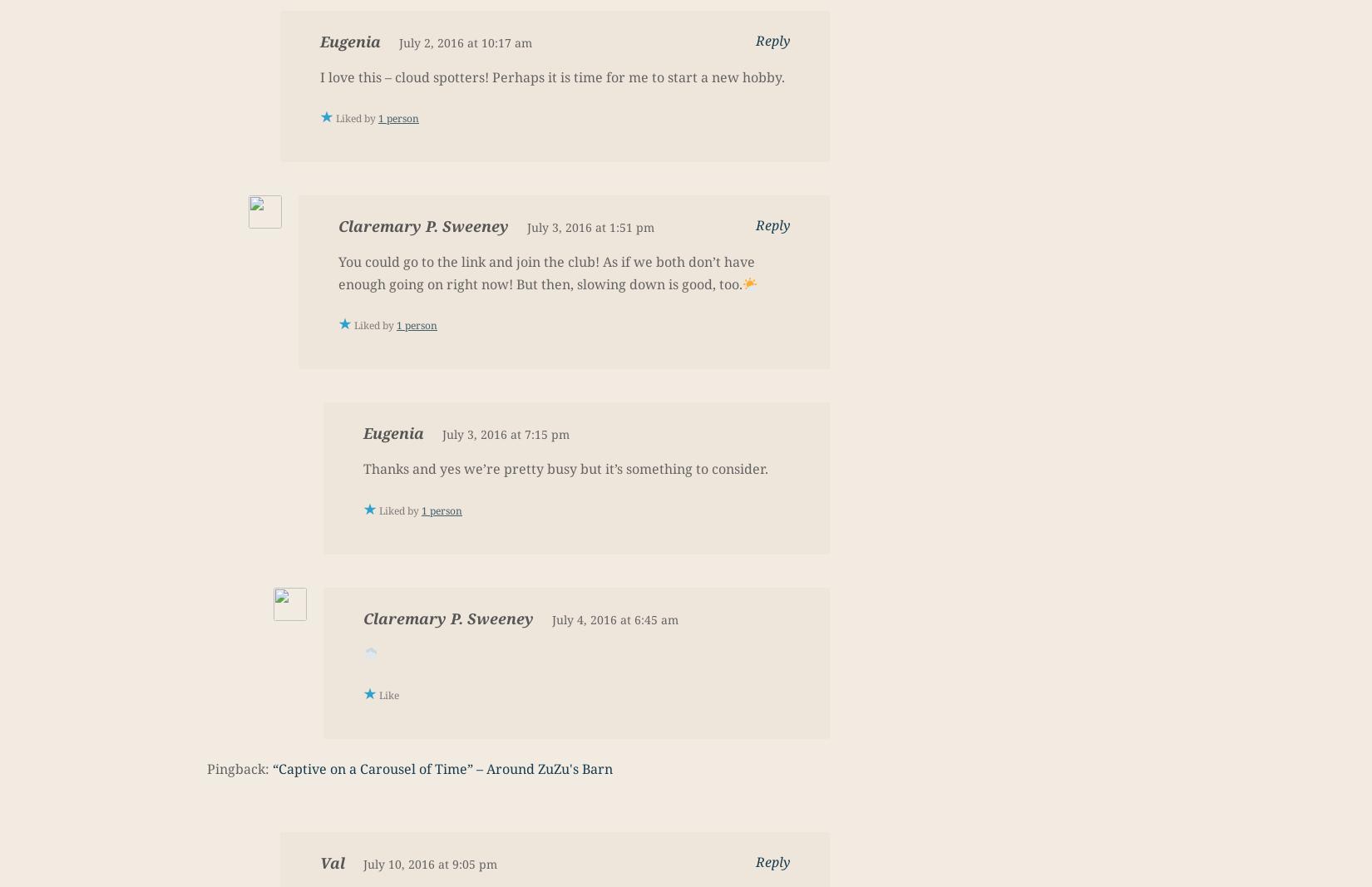 This screenshot has width=1372, height=887. I want to click on 'I love this – cloud spotters! Perhaps it is time for me to start a new hobby.', so click(319, 75).